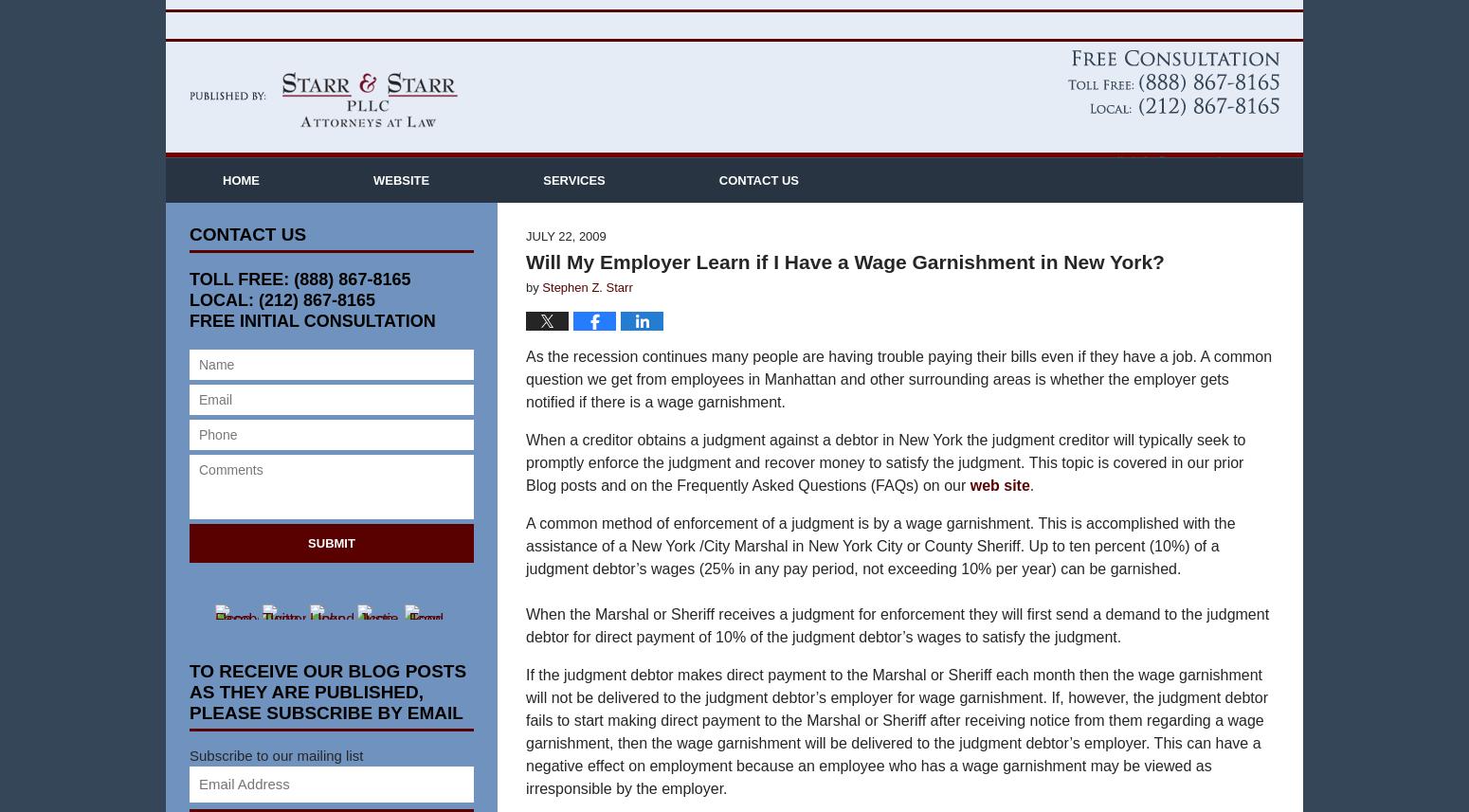 The width and height of the screenshot is (1469, 812). I want to click on 'web site', so click(970, 514).